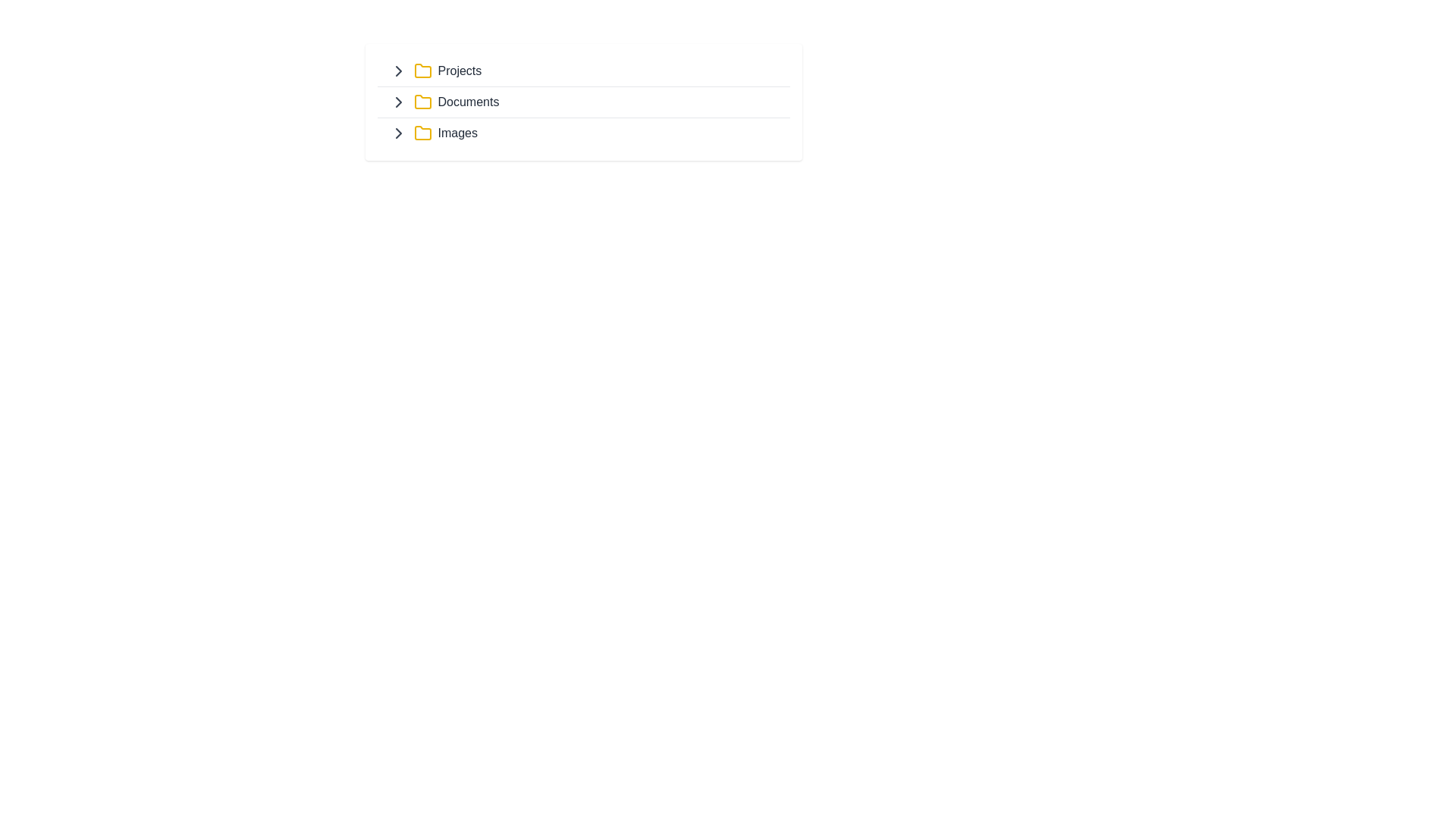  What do you see at coordinates (582, 71) in the screenshot?
I see `the first list item labeled 'Projects' in a vertical list` at bounding box center [582, 71].